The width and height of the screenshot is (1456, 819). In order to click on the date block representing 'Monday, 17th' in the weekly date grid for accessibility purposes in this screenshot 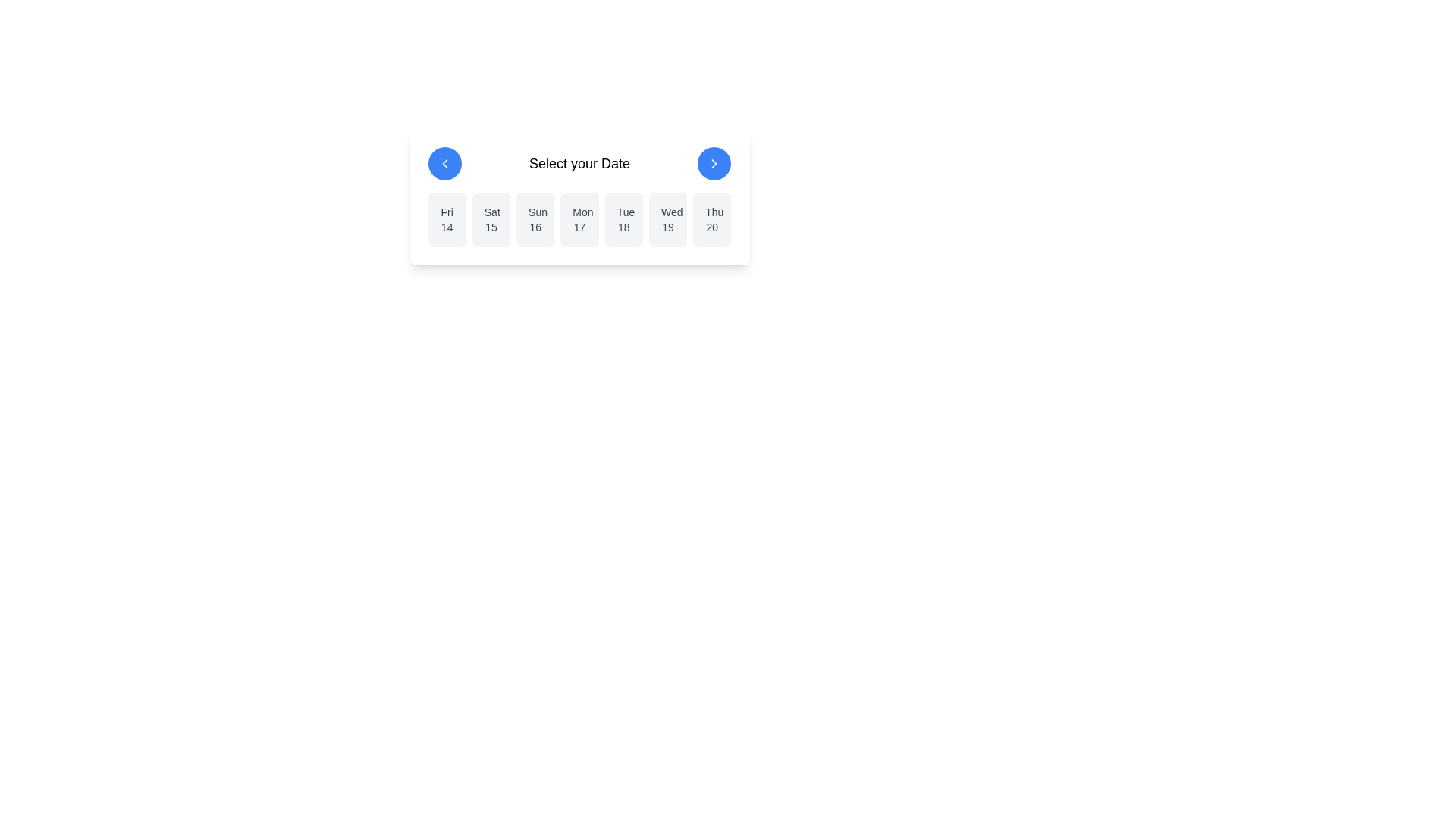, I will do `click(579, 219)`.